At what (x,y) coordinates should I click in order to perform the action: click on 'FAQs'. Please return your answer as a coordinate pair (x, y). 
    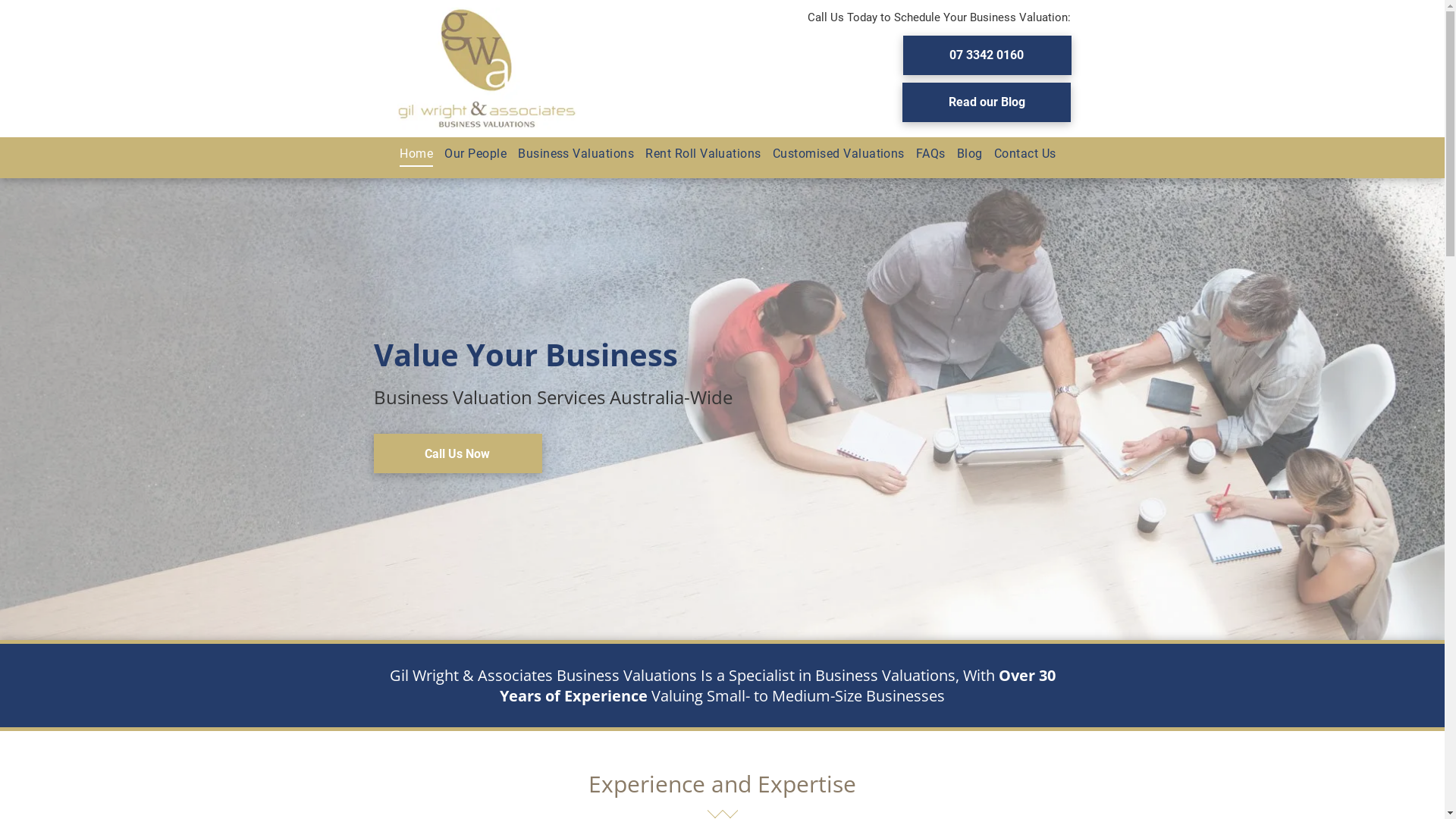
    Looking at the image, I should click on (924, 154).